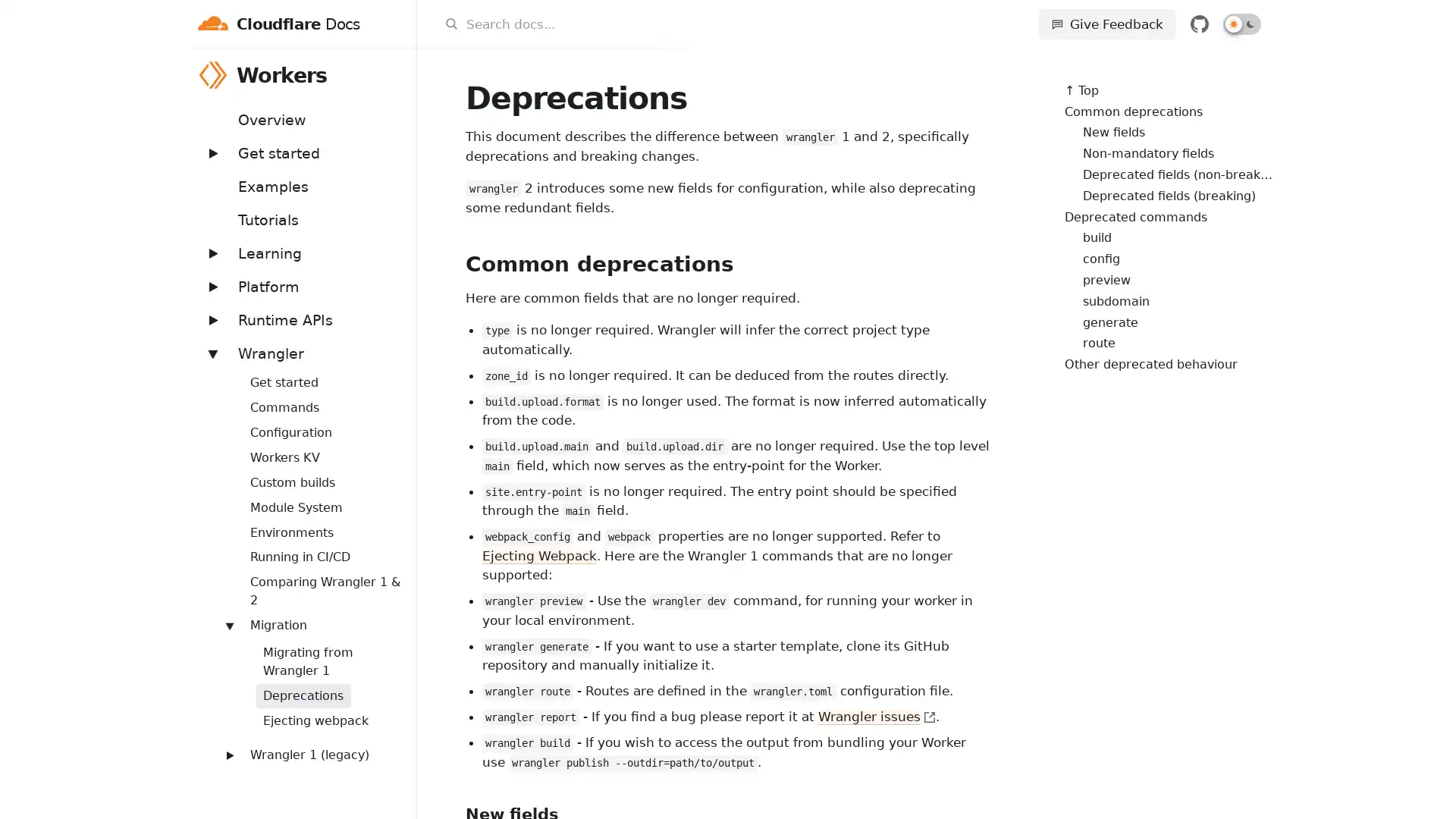 This screenshot has width=1456, height=819. What do you see at coordinates (211, 252) in the screenshot?
I see `Expand: Learning` at bounding box center [211, 252].